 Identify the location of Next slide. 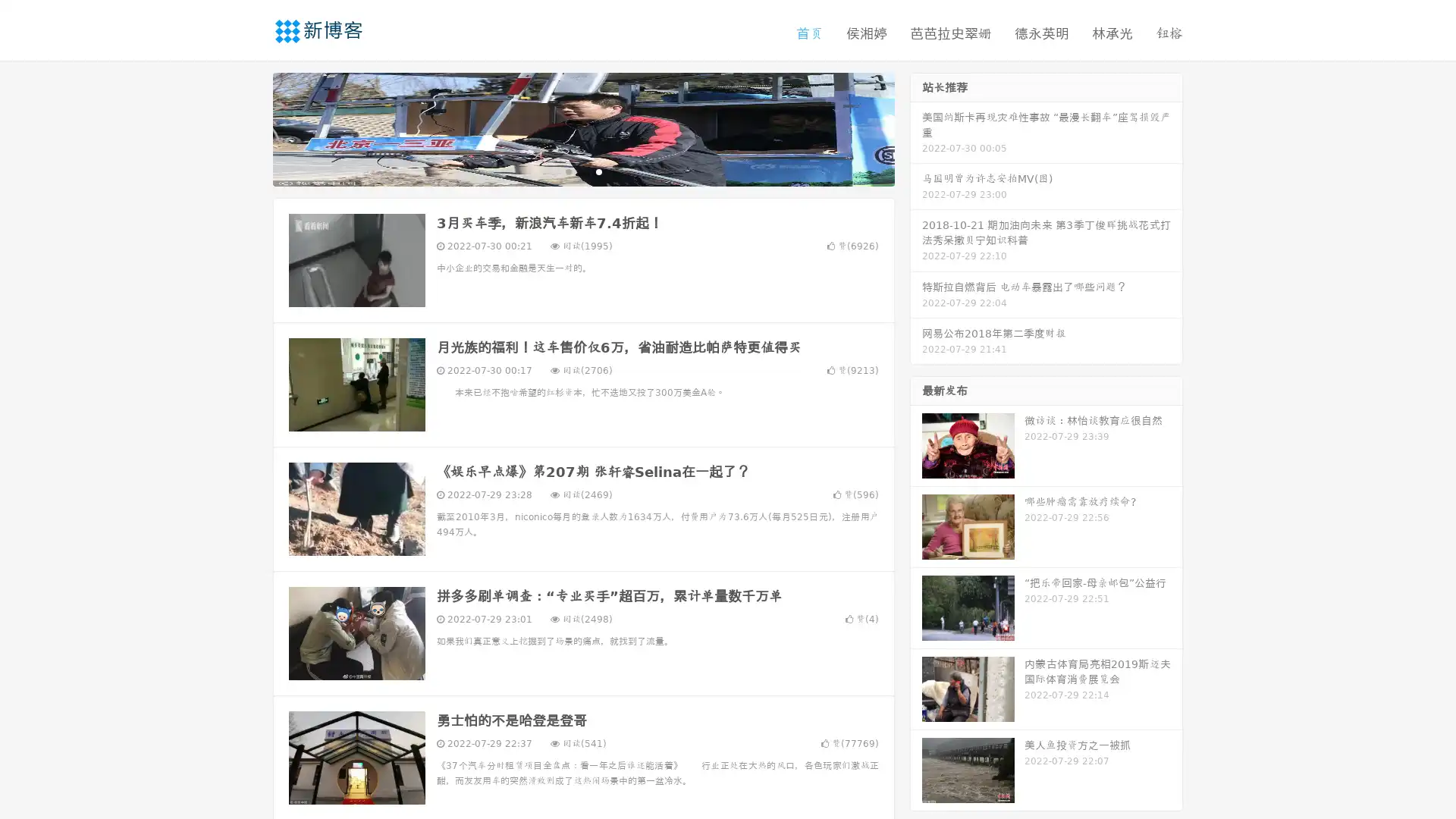
(916, 127).